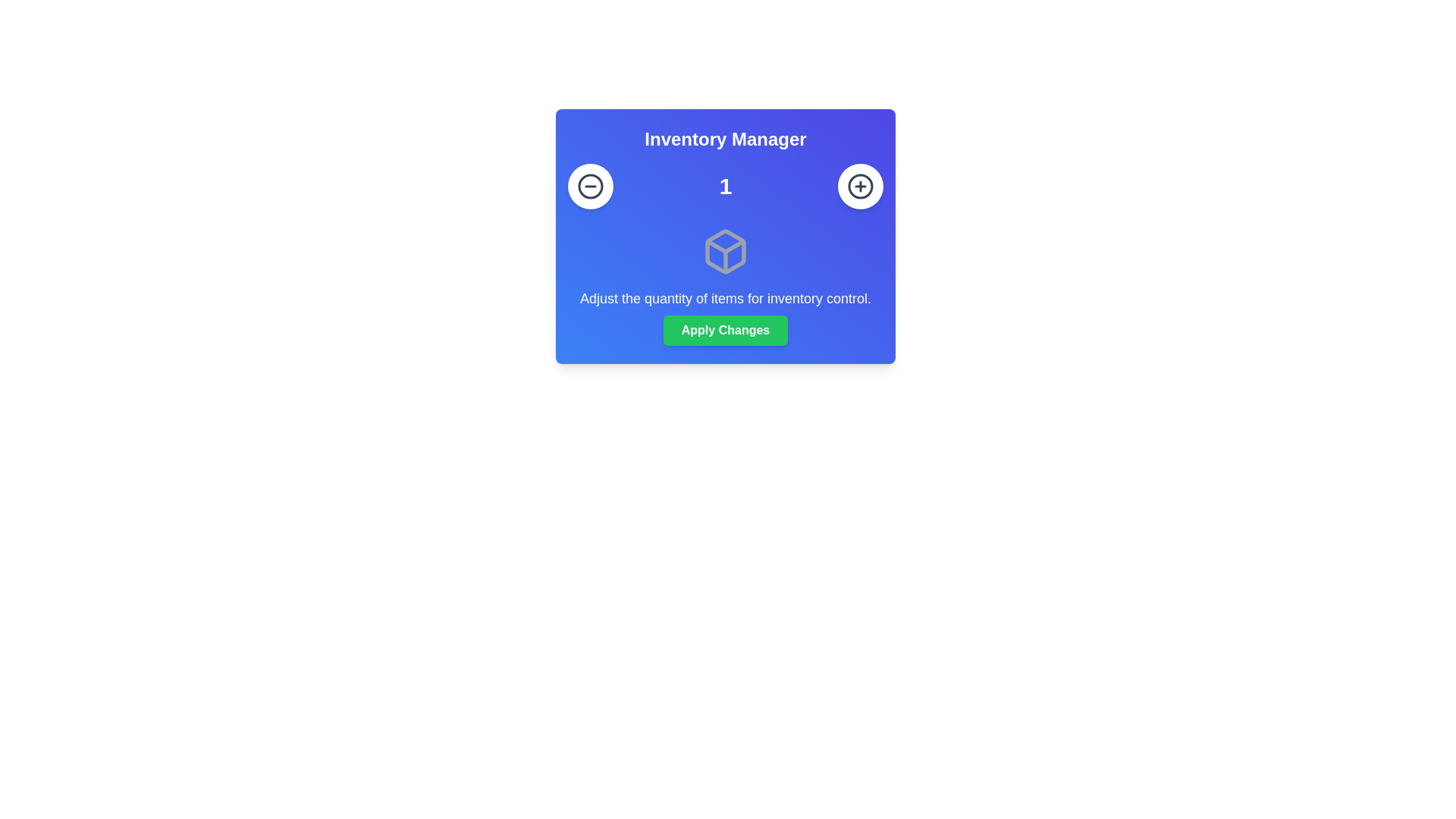  I want to click on the 'Inventory Manager' text header, which is prominently displayed in bold, large white font at the top of a blue gradient background card, so click(724, 140).